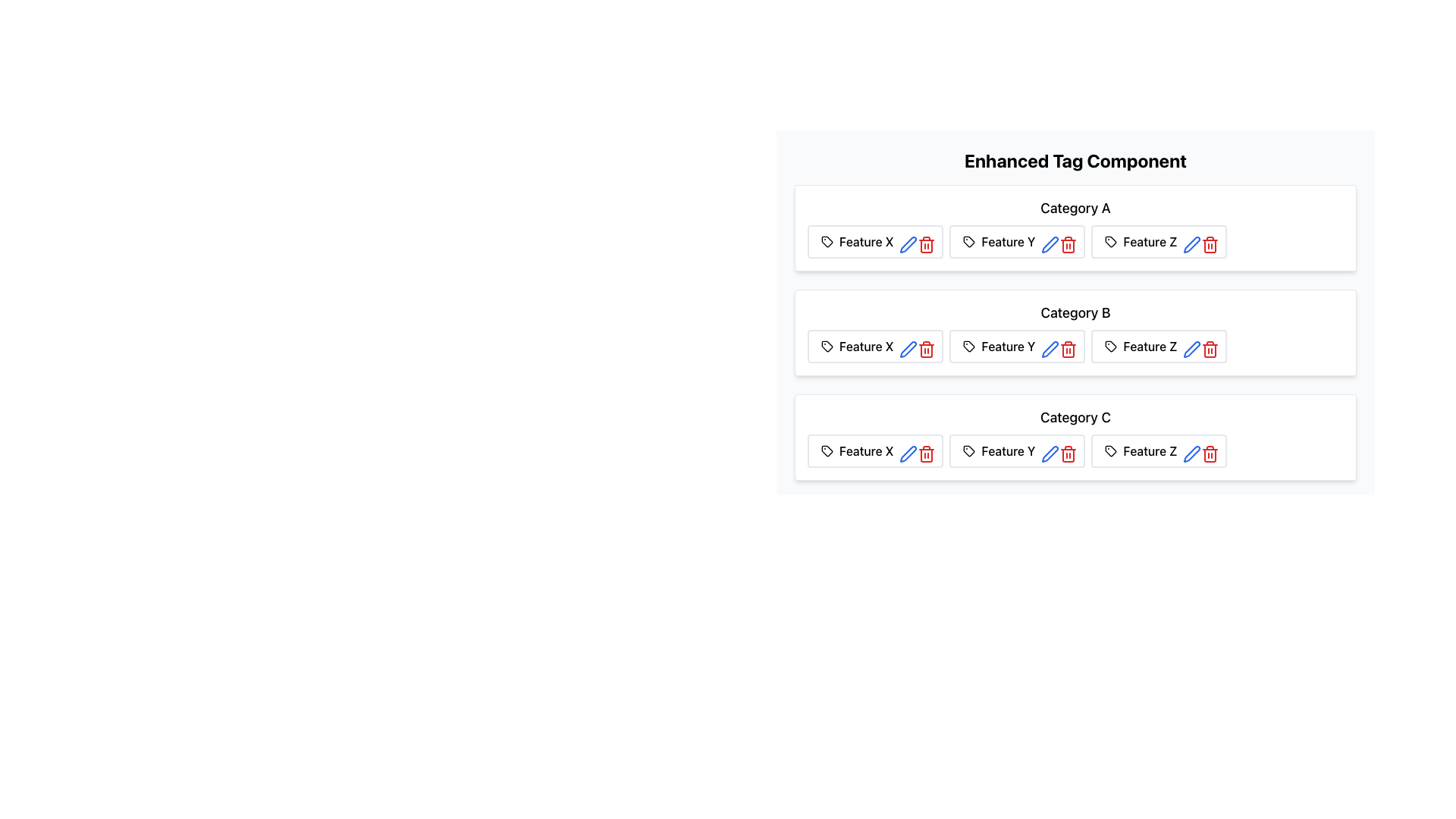 This screenshot has height=819, width=1456. Describe the element at coordinates (1191, 350) in the screenshot. I see `the edit button represented by a pen icon to initiate editing of the 'Feature Z' item within 'Category B'` at that location.